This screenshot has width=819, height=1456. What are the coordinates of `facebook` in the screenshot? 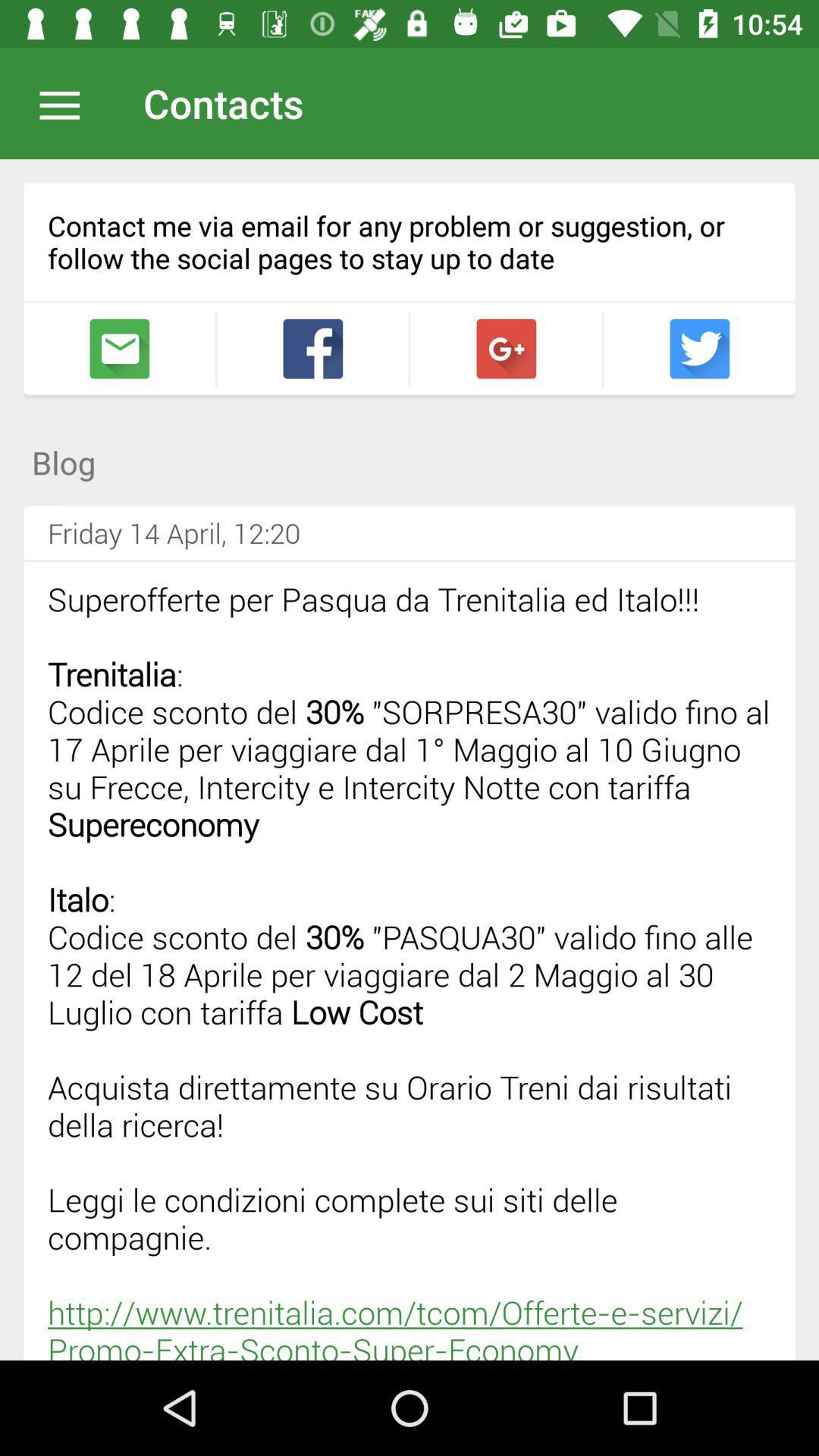 It's located at (312, 348).